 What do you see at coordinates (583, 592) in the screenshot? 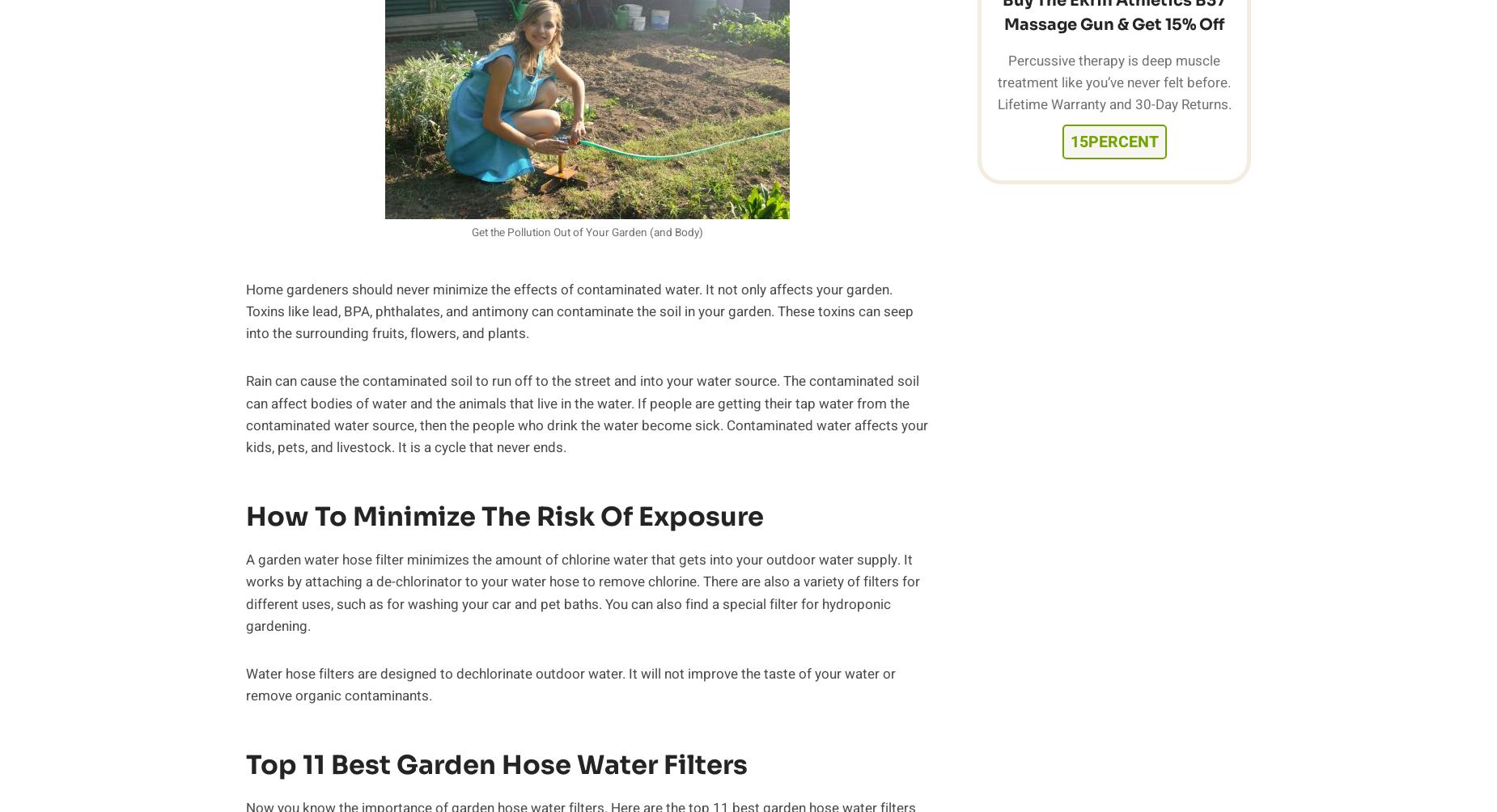
I see `'A garden water hose filter minimizes the amount of chlorine water that gets into your outdoor water supply. It works by attaching a de-chlorinator to your water hose to remove chlorine. There are also a variety of filters for different uses, such as for washing your car and pet baths. You can also find a special filter for hydroponic gardening.'` at bounding box center [583, 592].